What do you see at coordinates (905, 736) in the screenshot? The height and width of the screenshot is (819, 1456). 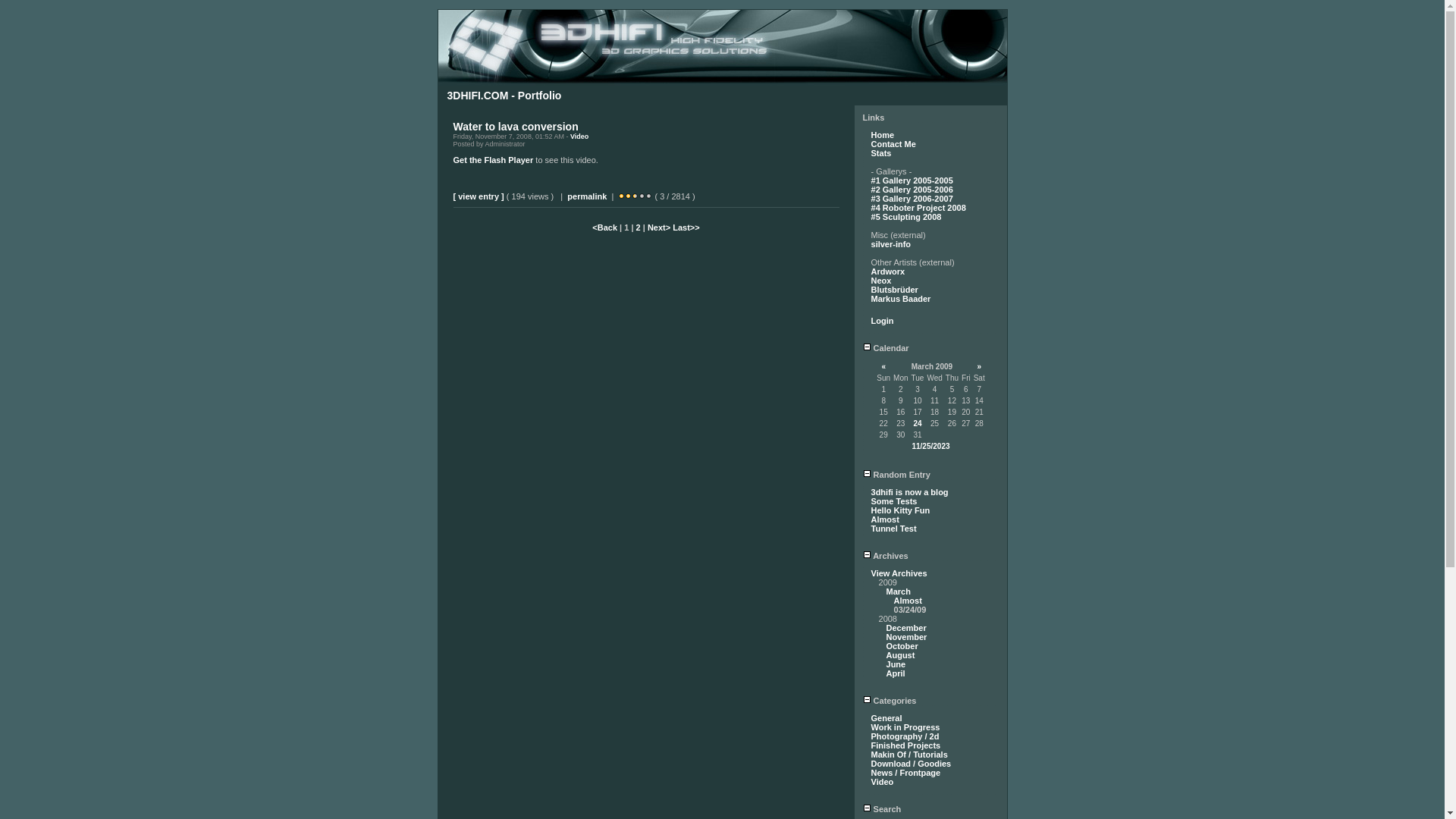 I see `'Photography / 2d'` at bounding box center [905, 736].